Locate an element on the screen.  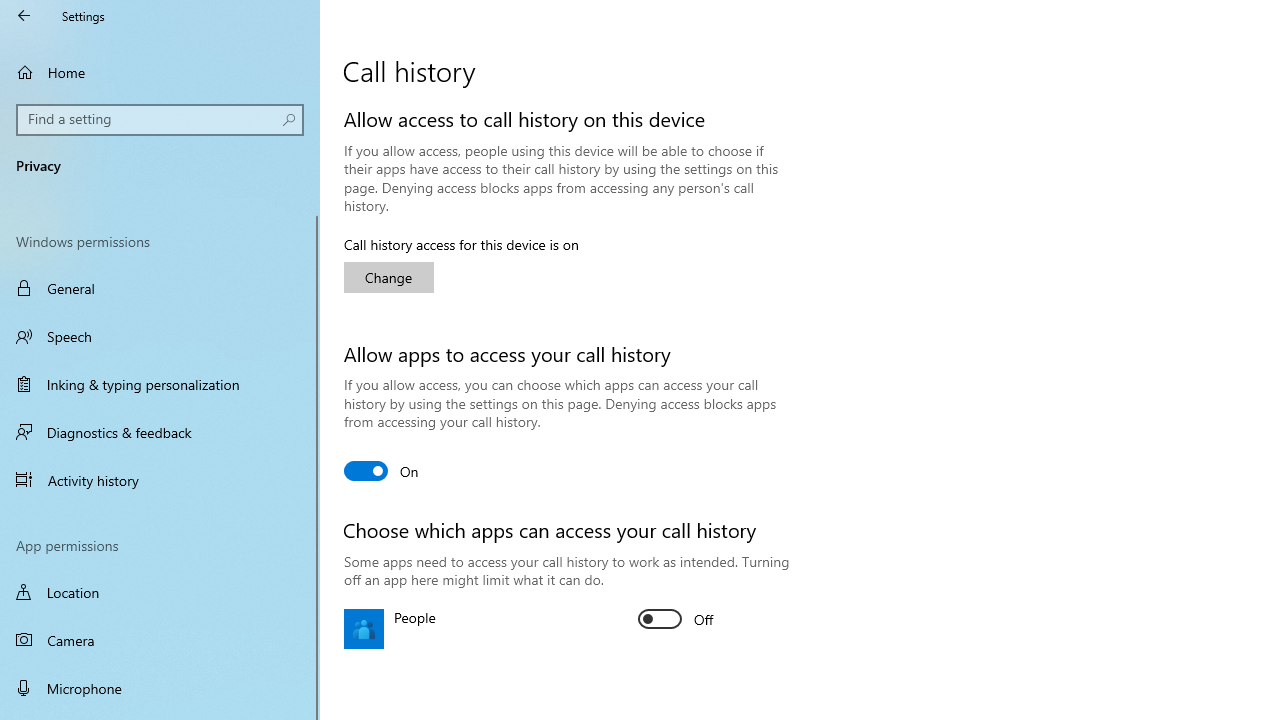
'Camera' is located at coordinates (160, 640).